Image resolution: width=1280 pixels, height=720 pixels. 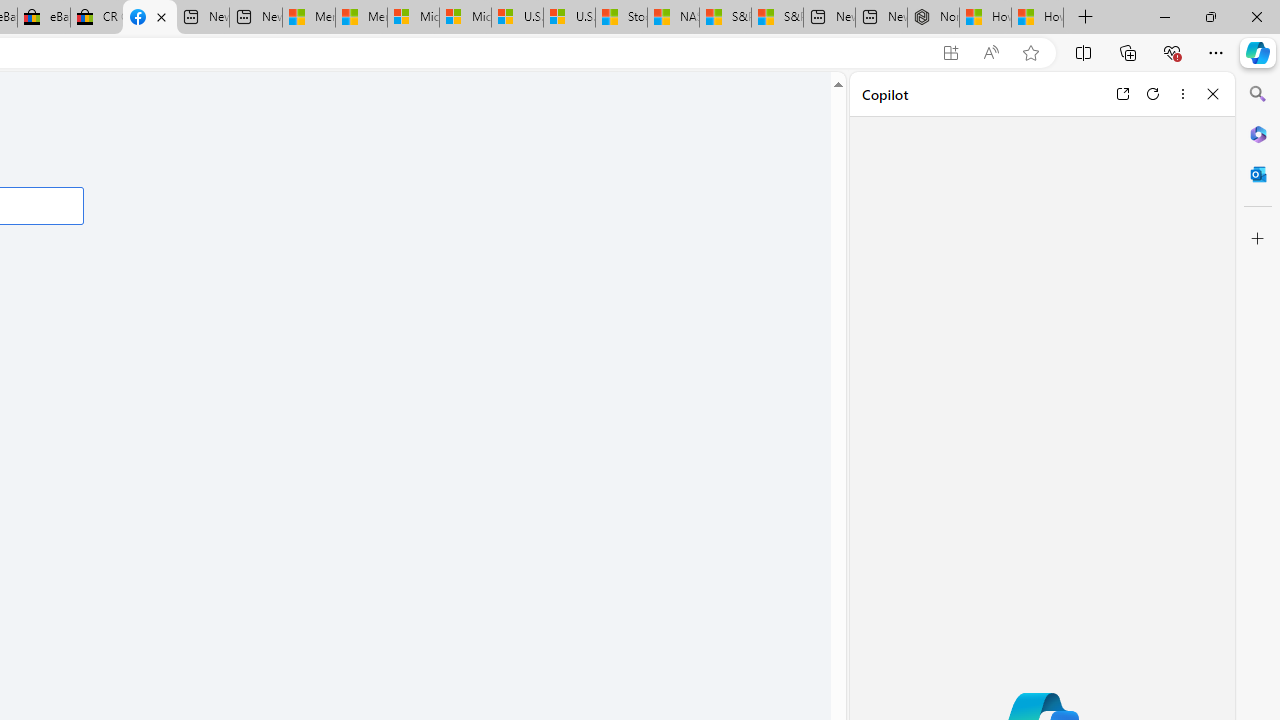 What do you see at coordinates (1257, 238) in the screenshot?
I see `'Customize'` at bounding box center [1257, 238].